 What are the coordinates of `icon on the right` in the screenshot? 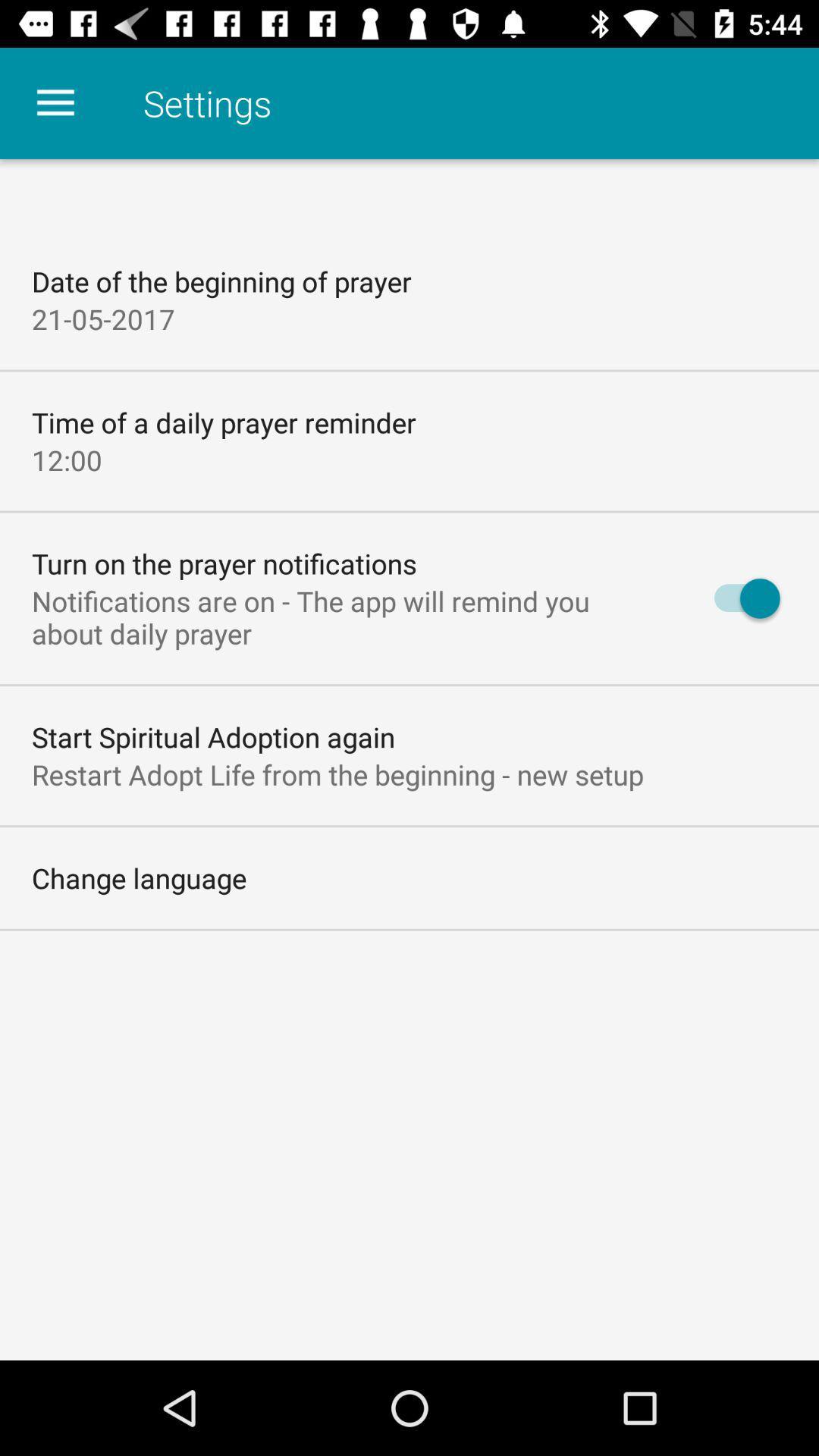 It's located at (739, 598).